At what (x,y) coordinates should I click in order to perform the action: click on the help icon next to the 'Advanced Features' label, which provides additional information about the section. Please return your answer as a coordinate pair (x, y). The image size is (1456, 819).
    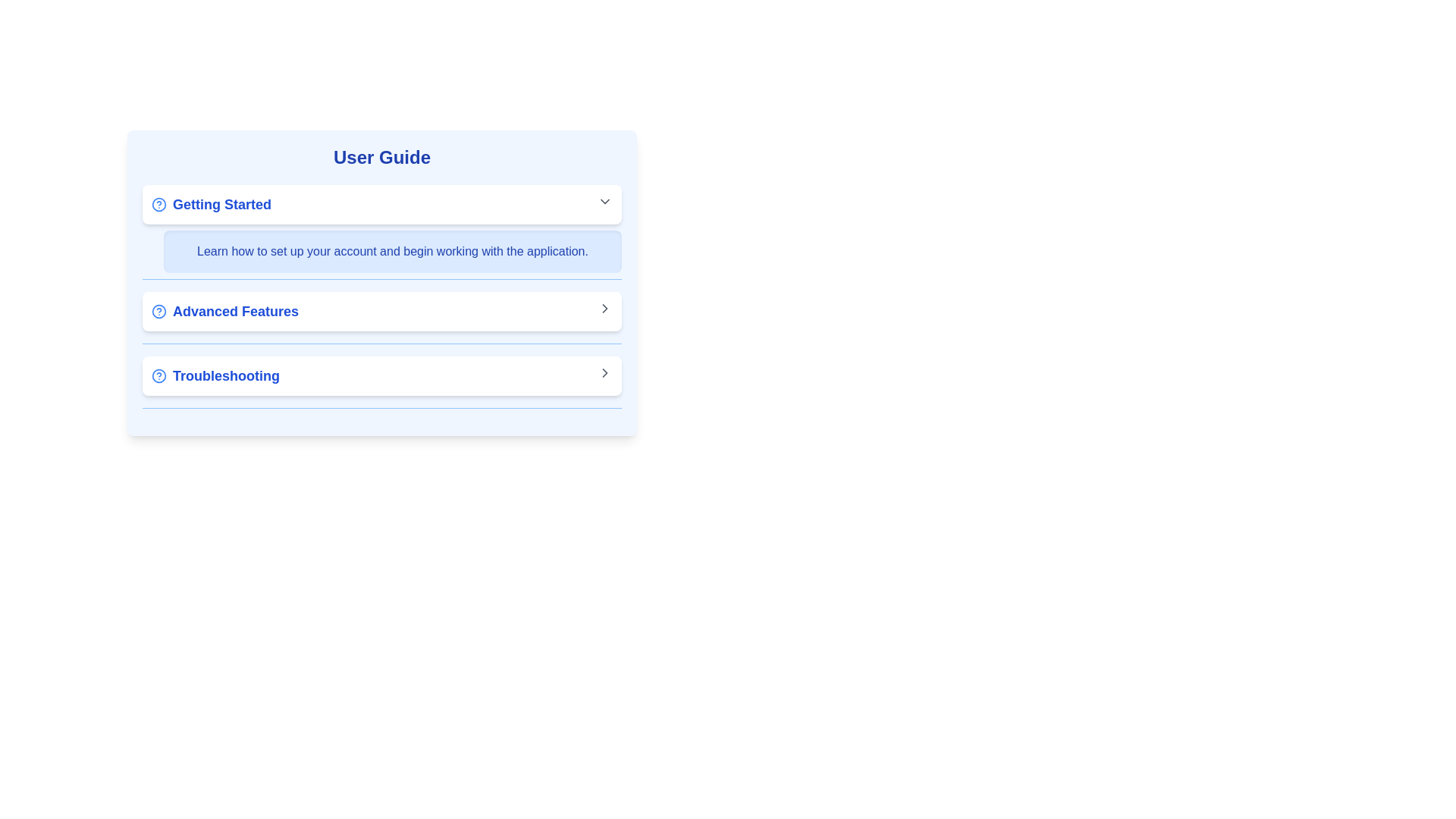
    Looking at the image, I should click on (159, 311).